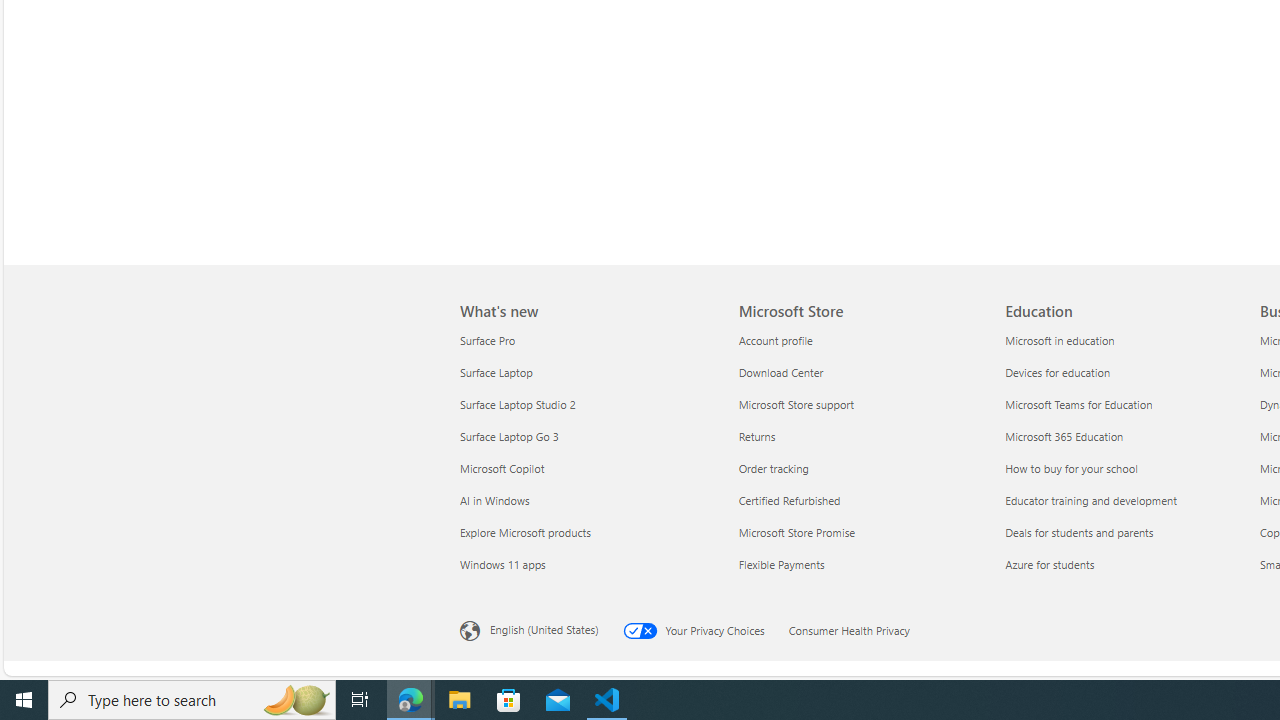 This screenshot has width=1280, height=720. I want to click on 'Deals for students and parents Education', so click(1078, 531).